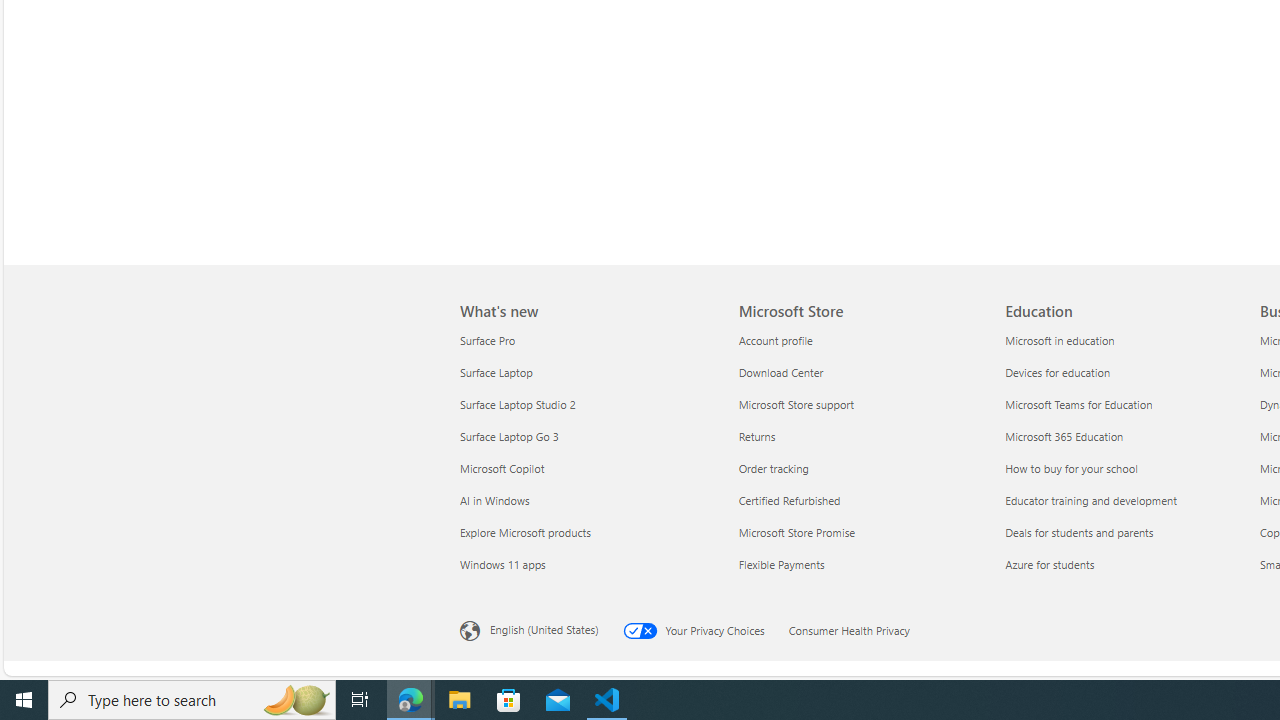 This screenshot has width=1280, height=720. I want to click on 'Deals for students and parents Education', so click(1078, 531).